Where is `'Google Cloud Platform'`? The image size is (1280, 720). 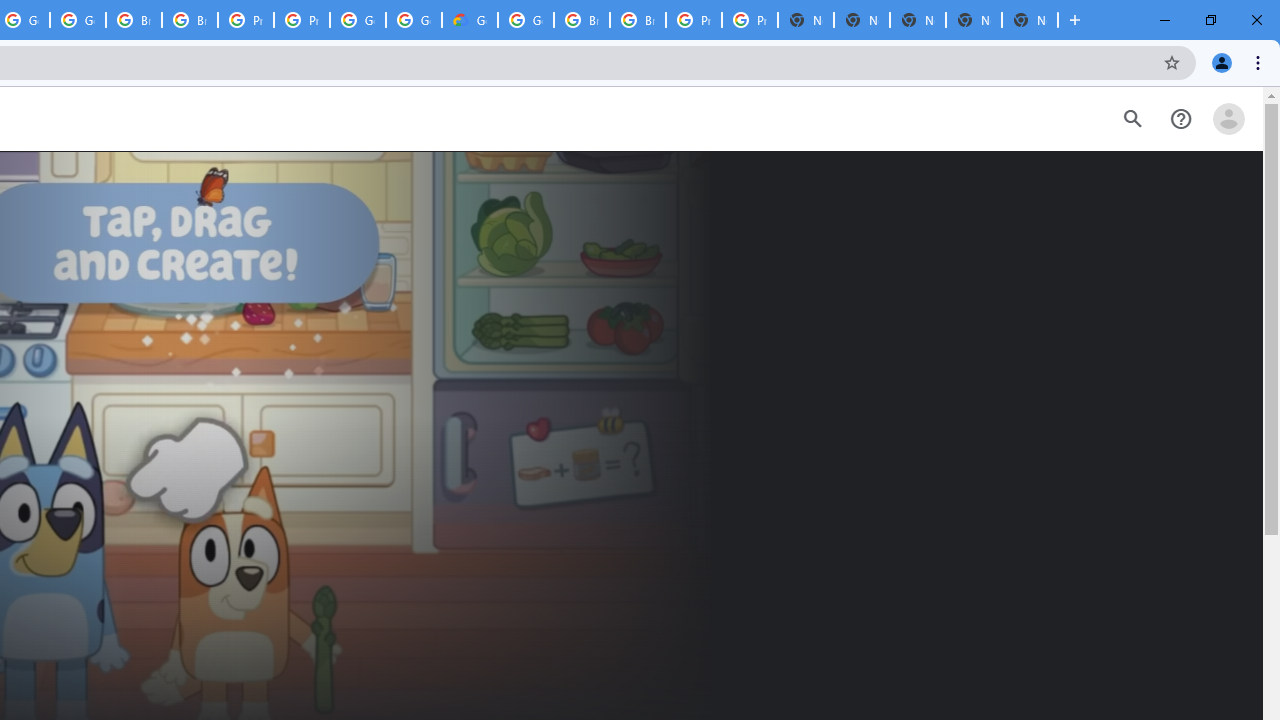 'Google Cloud Platform' is located at coordinates (526, 20).